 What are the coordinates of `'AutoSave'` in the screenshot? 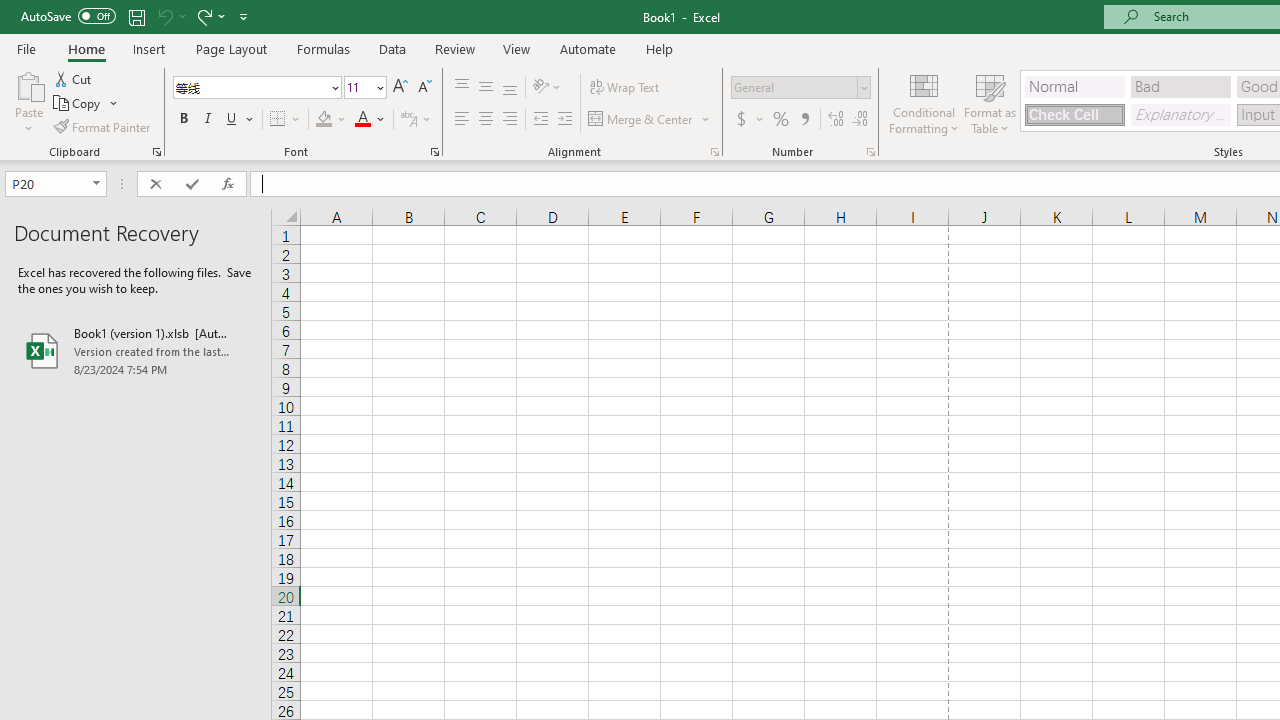 It's located at (68, 16).